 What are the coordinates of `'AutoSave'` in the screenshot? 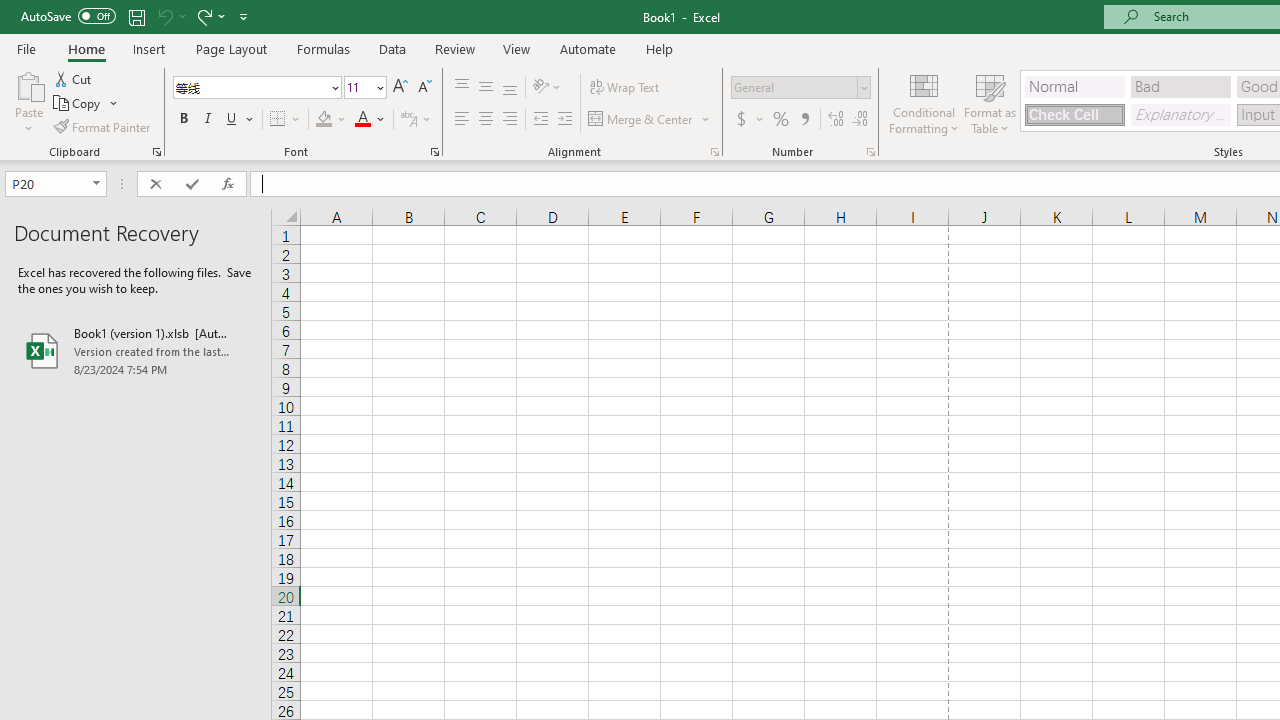 It's located at (68, 16).